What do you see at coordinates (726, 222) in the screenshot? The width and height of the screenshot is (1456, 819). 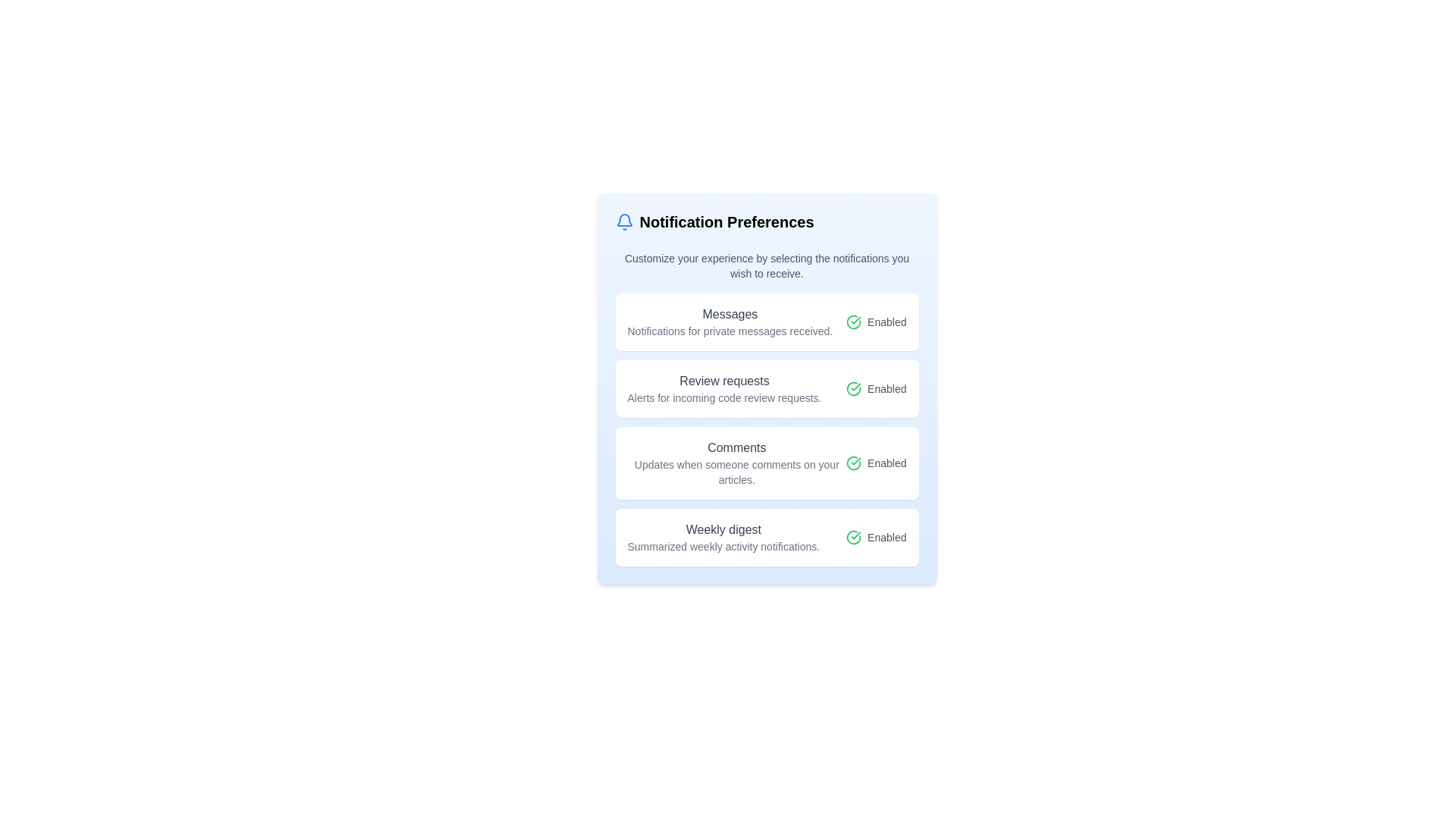 I see `the header text indicating 'Notification Preferences', which is centrally aligned and located near the top of the content area with a bell icon to its left` at bounding box center [726, 222].